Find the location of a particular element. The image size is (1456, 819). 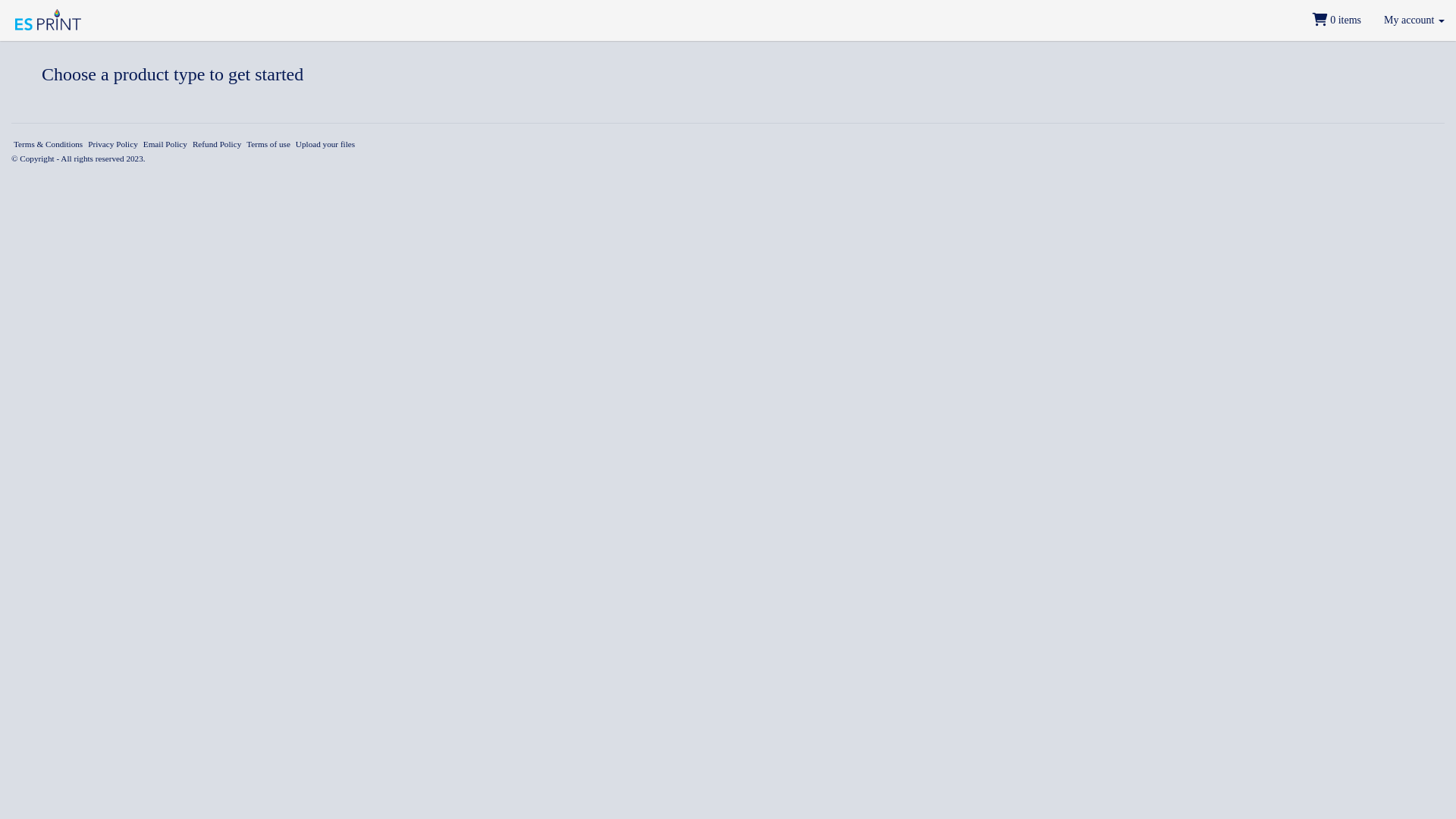

' 0 items' is located at coordinates (1336, 20).